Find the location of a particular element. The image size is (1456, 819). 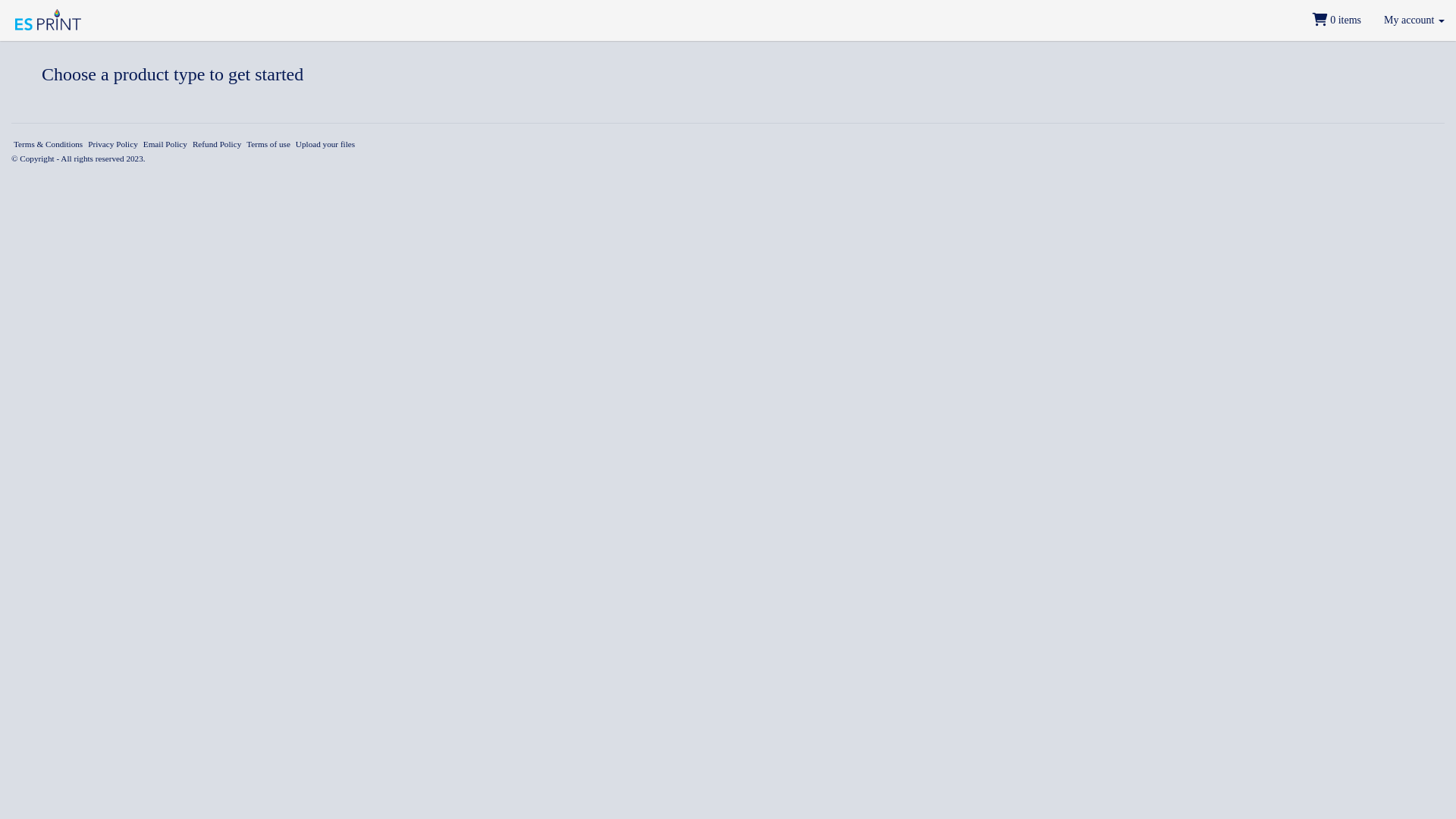

' 0 items' is located at coordinates (1336, 20).